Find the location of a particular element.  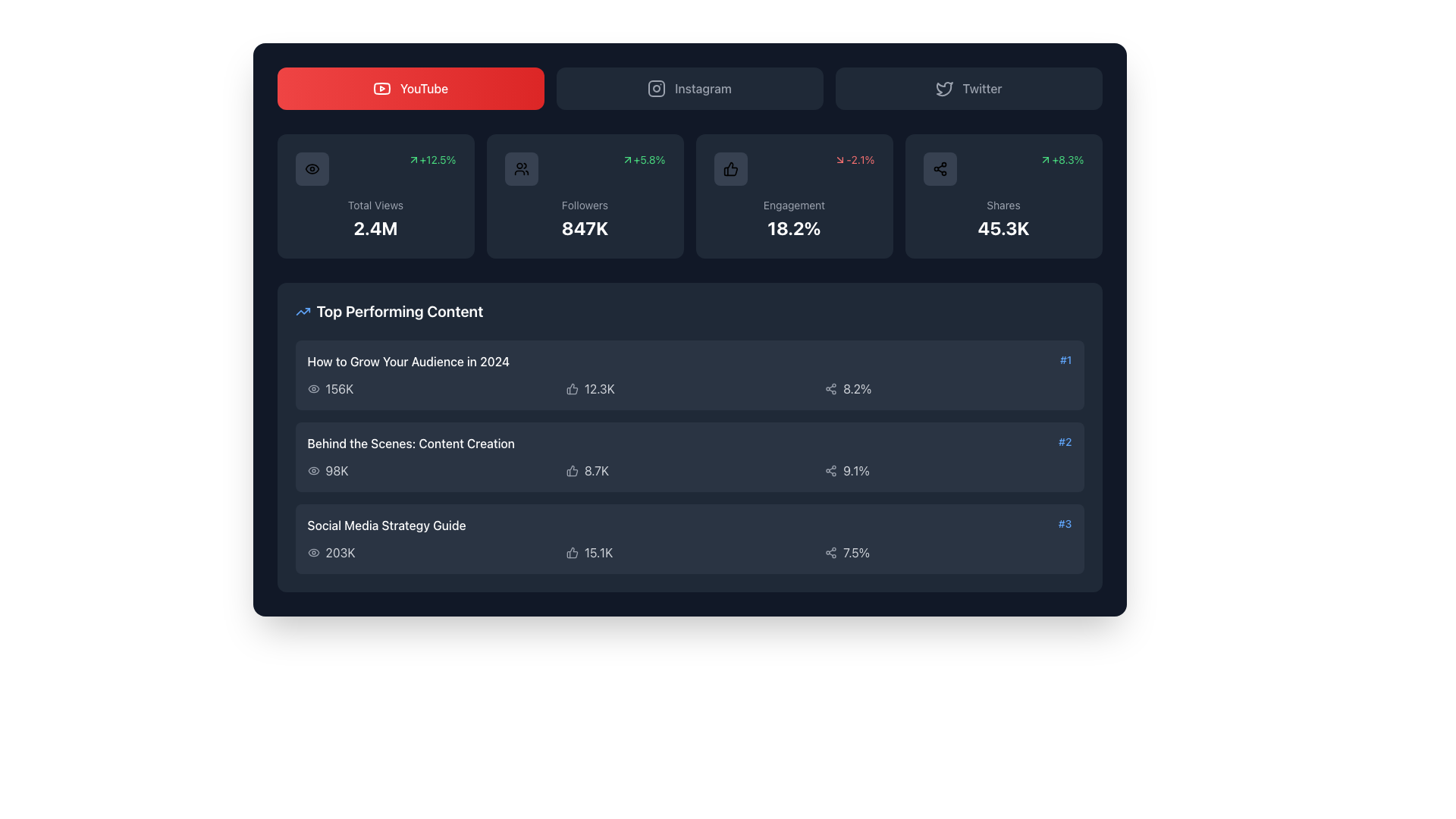

the informational text with an icon indicating the percentage increase in followers, located in the middle row of the interface near the top right corner of the 'Followers' section is located at coordinates (643, 160).